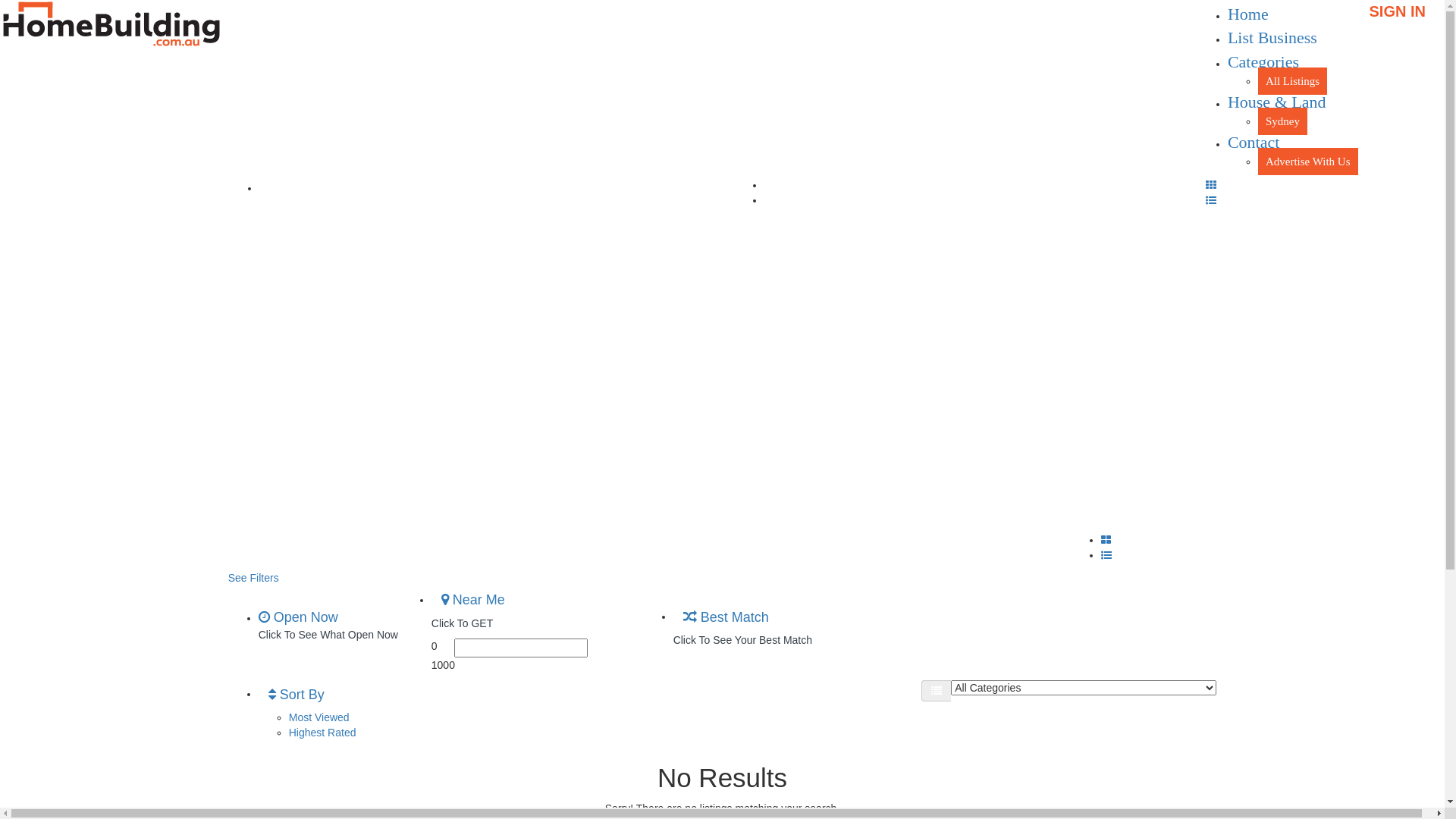 This screenshot has width=1456, height=819. Describe the element at coordinates (1263, 61) in the screenshot. I see `'Categories'` at that location.